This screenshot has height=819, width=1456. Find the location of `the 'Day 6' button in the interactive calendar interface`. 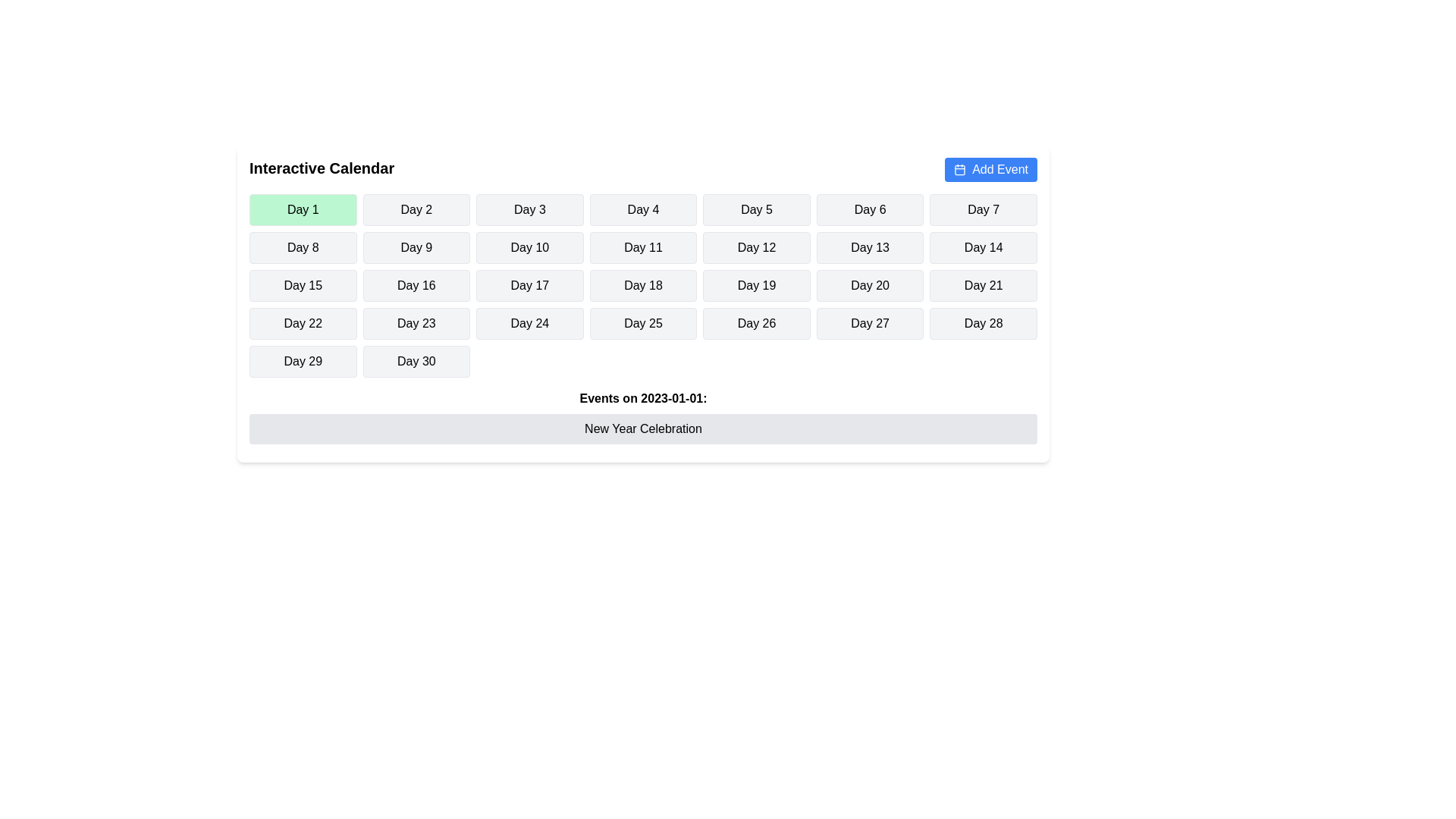

the 'Day 6' button in the interactive calendar interface is located at coordinates (870, 210).